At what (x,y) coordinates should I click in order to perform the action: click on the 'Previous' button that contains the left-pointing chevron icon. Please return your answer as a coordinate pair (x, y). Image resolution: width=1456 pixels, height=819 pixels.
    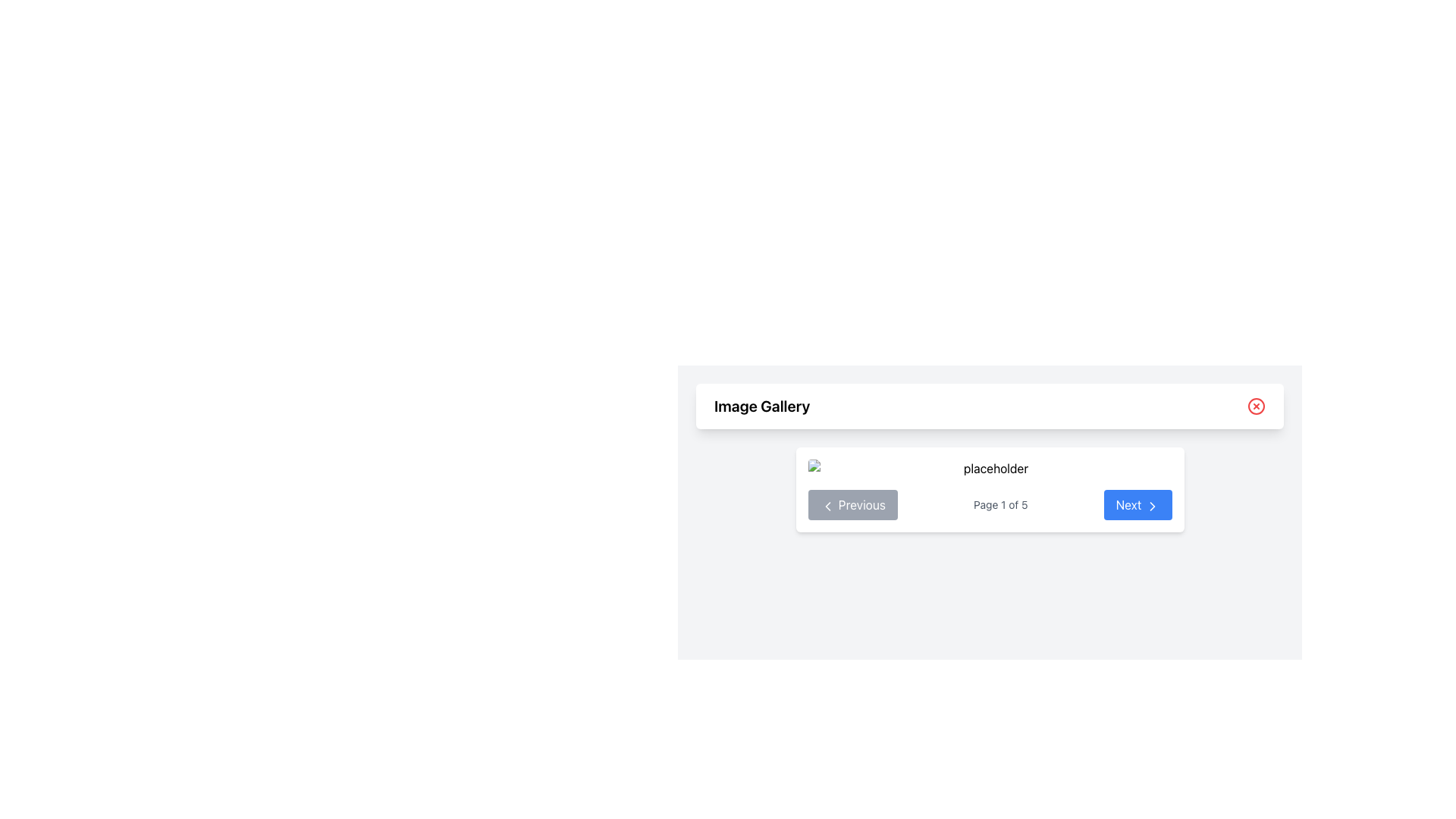
    Looking at the image, I should click on (827, 506).